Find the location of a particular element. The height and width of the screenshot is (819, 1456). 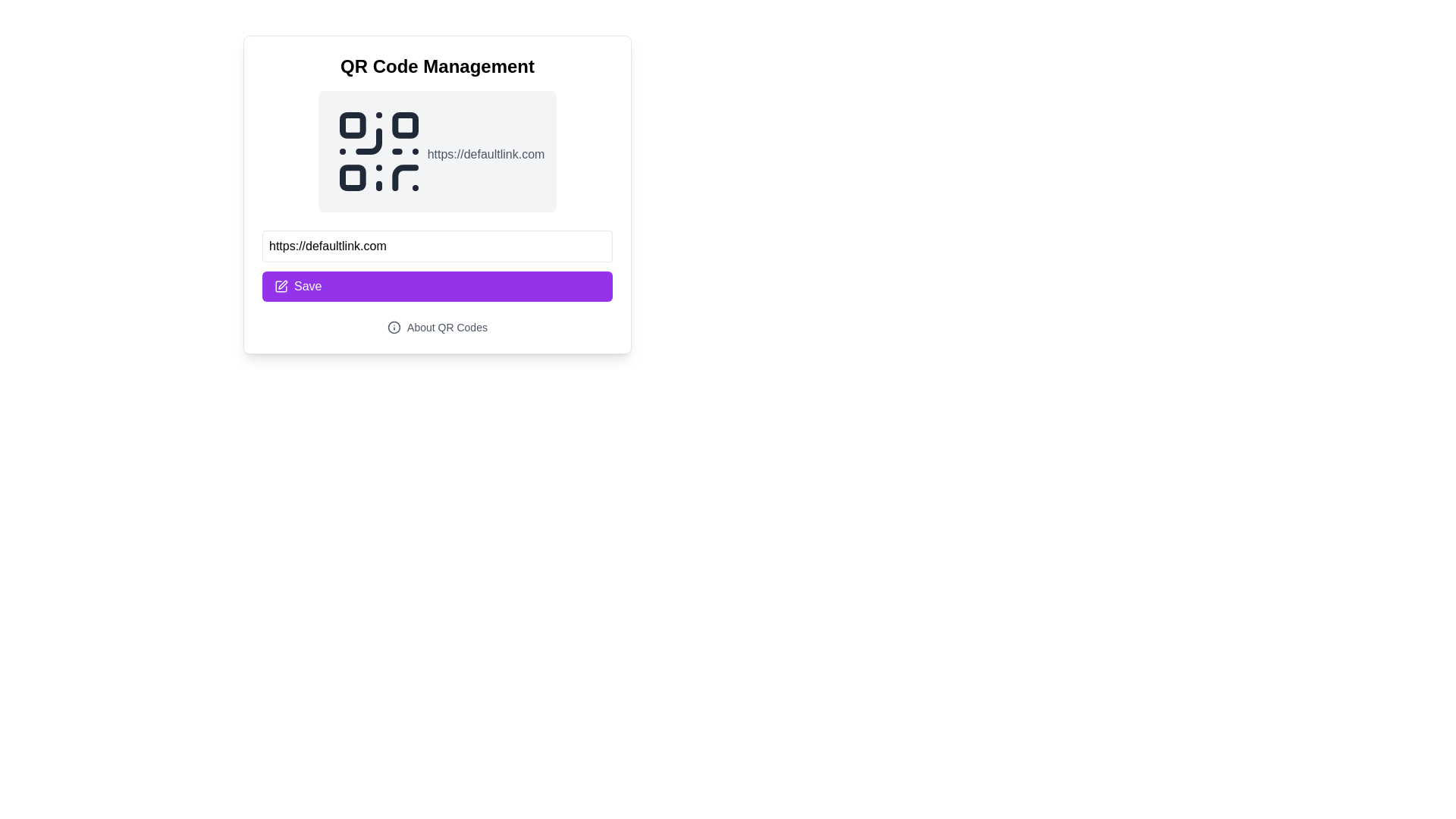

the decorative graphical component located in the top-left corner of the QR code representation is located at coordinates (352, 124).